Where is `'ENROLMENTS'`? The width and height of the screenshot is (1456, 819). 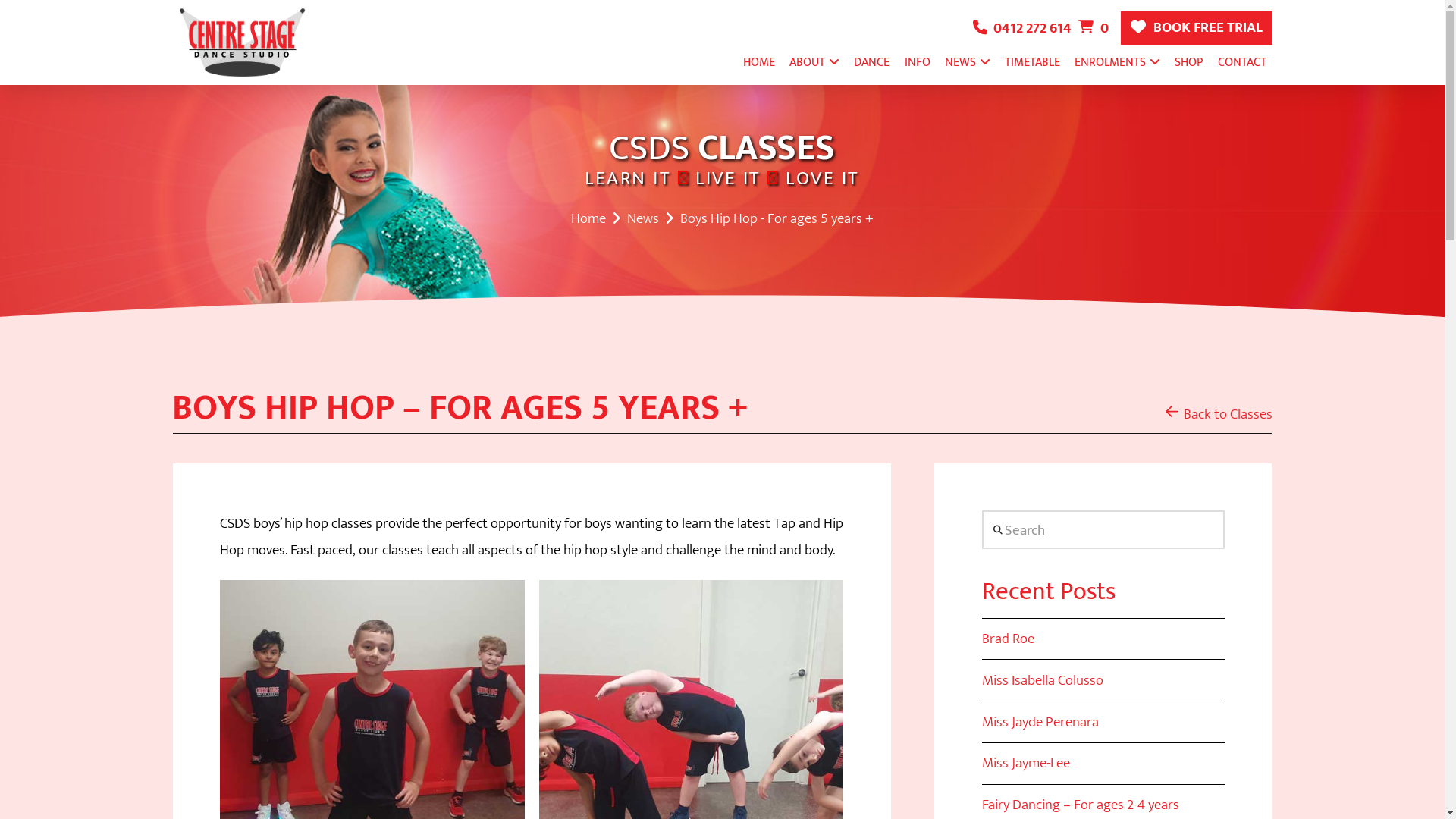
'ENROLMENTS' is located at coordinates (1117, 61).